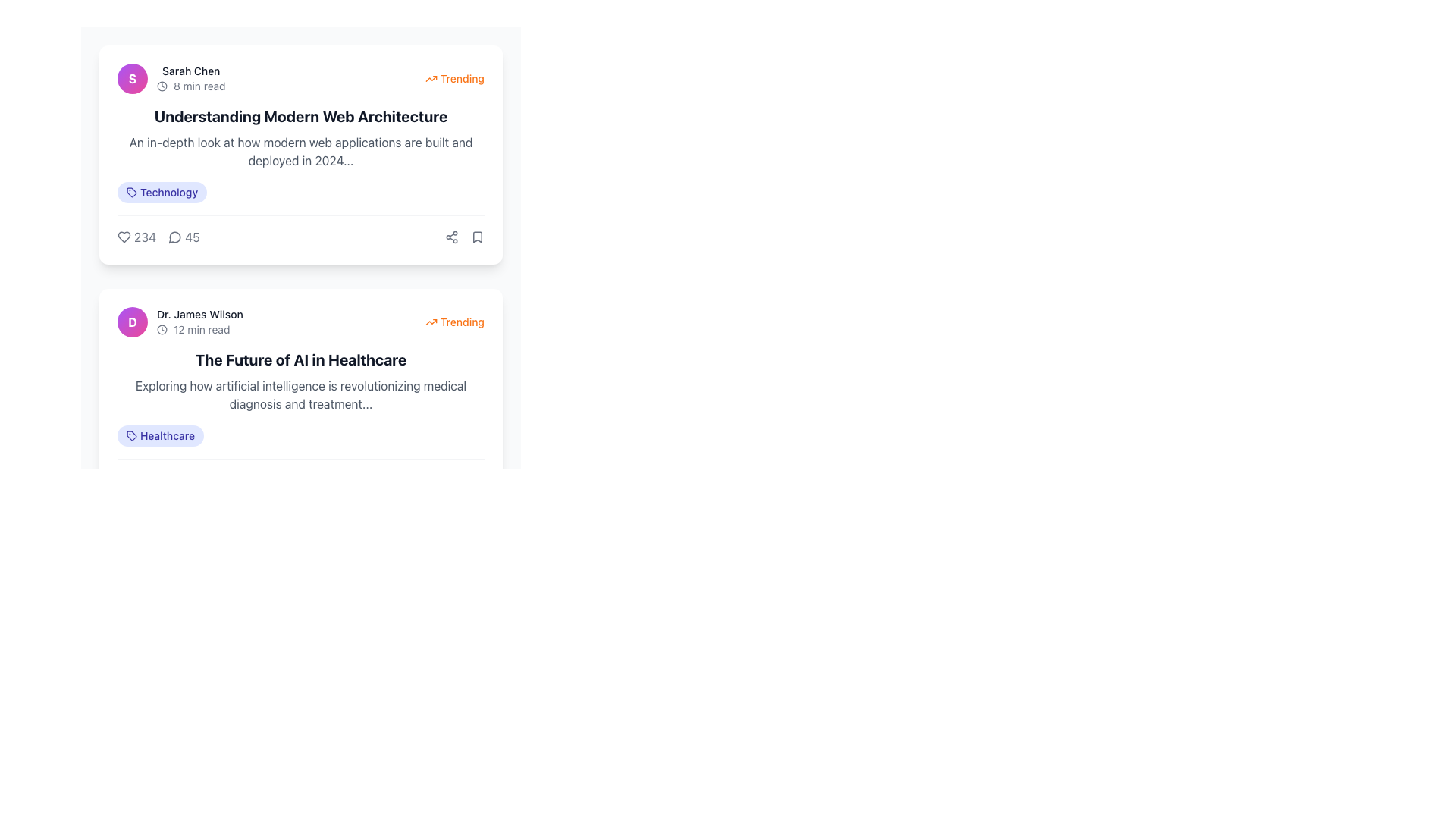 This screenshot has width=1456, height=819. Describe the element at coordinates (131, 192) in the screenshot. I see `the 'Technology' category icon located to the left of the label text reading 'Technology' in the top card of the interface` at that location.